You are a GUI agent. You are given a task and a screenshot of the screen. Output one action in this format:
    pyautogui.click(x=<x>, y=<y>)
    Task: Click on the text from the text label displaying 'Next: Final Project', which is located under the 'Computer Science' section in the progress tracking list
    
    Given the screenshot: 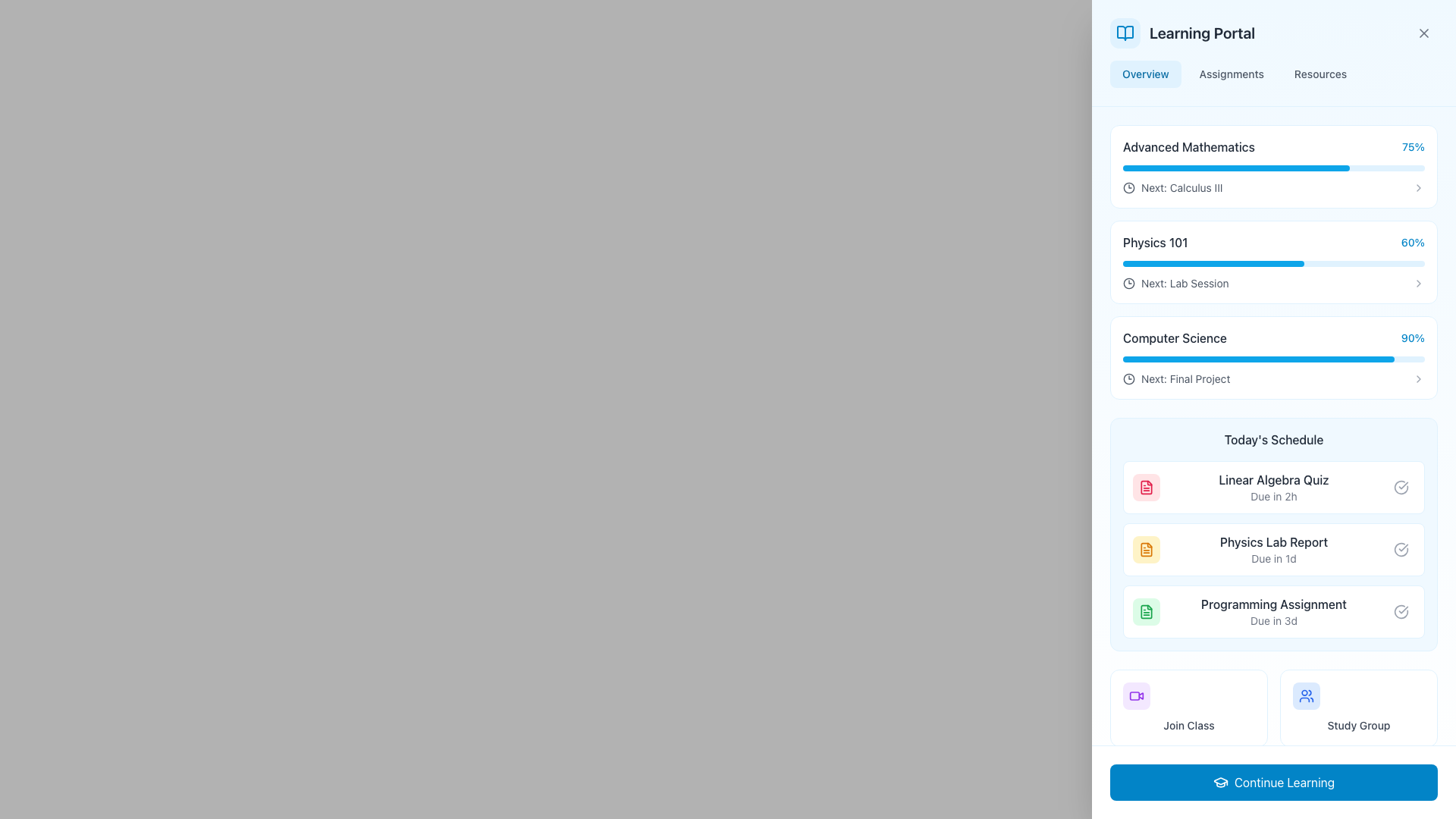 What is the action you would take?
    pyautogui.click(x=1185, y=378)
    